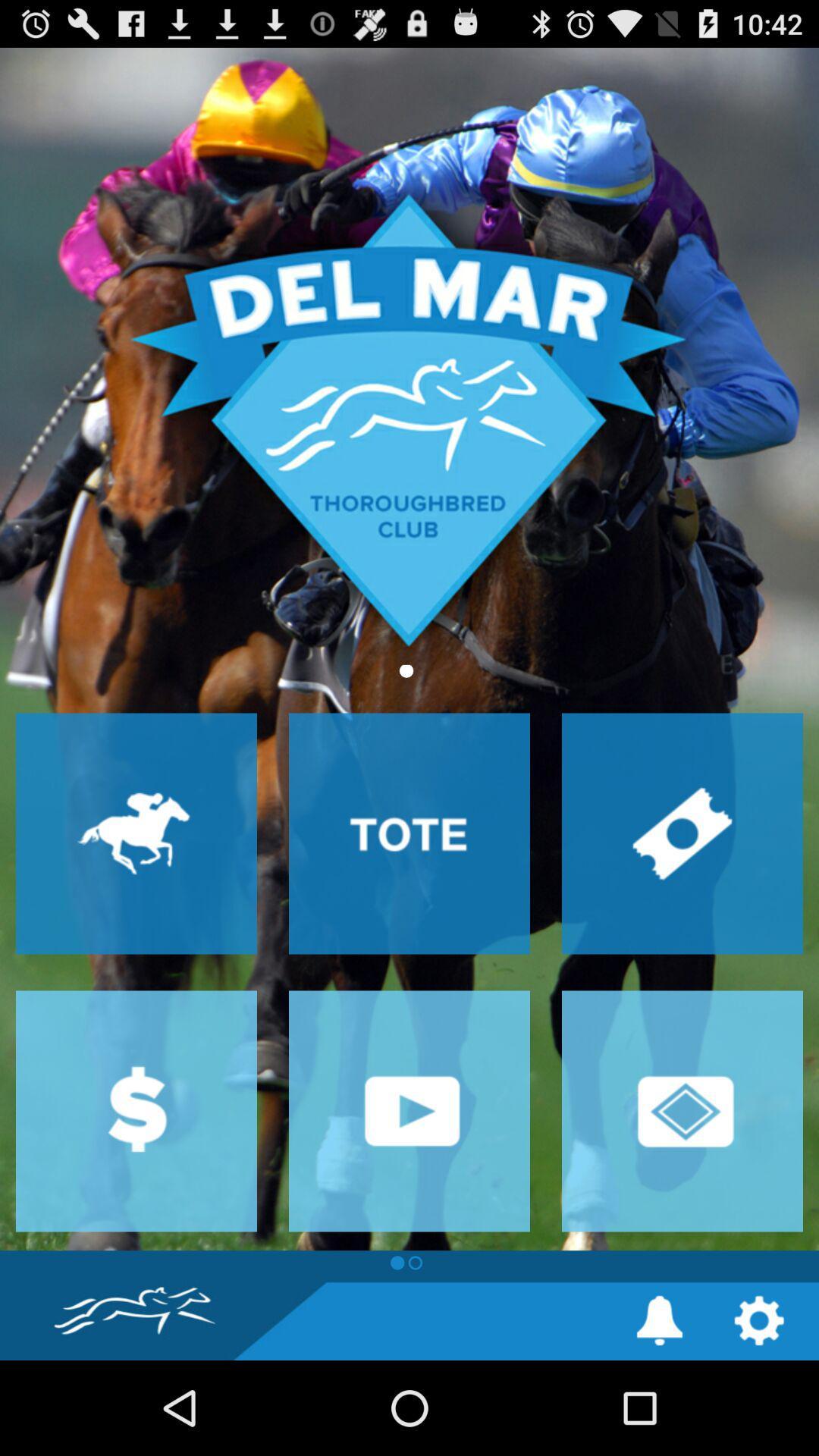 The height and width of the screenshot is (1456, 819). I want to click on racing info, so click(136, 833).